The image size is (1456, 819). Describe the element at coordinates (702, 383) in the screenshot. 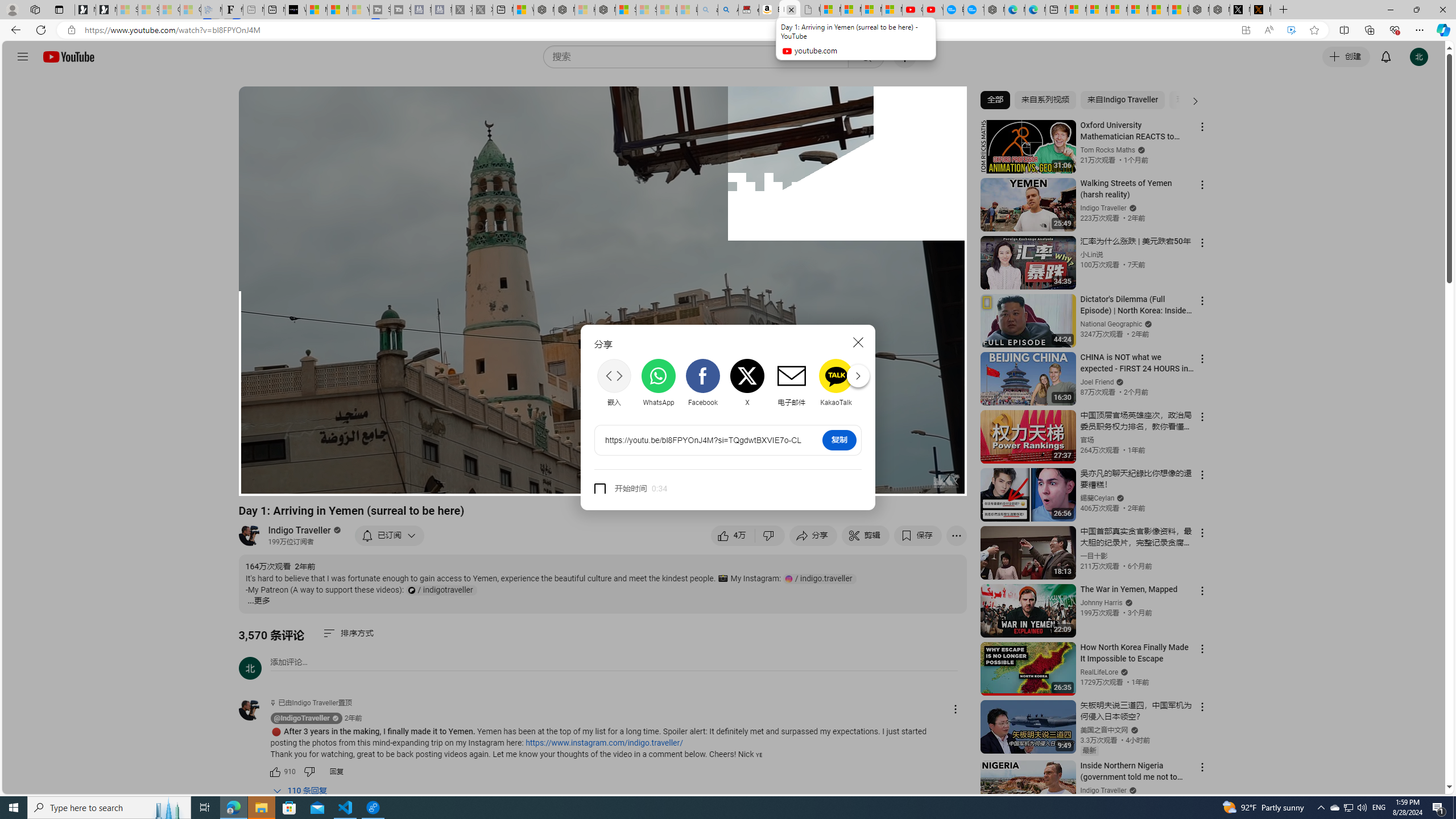

I see `'Facebook'` at that location.